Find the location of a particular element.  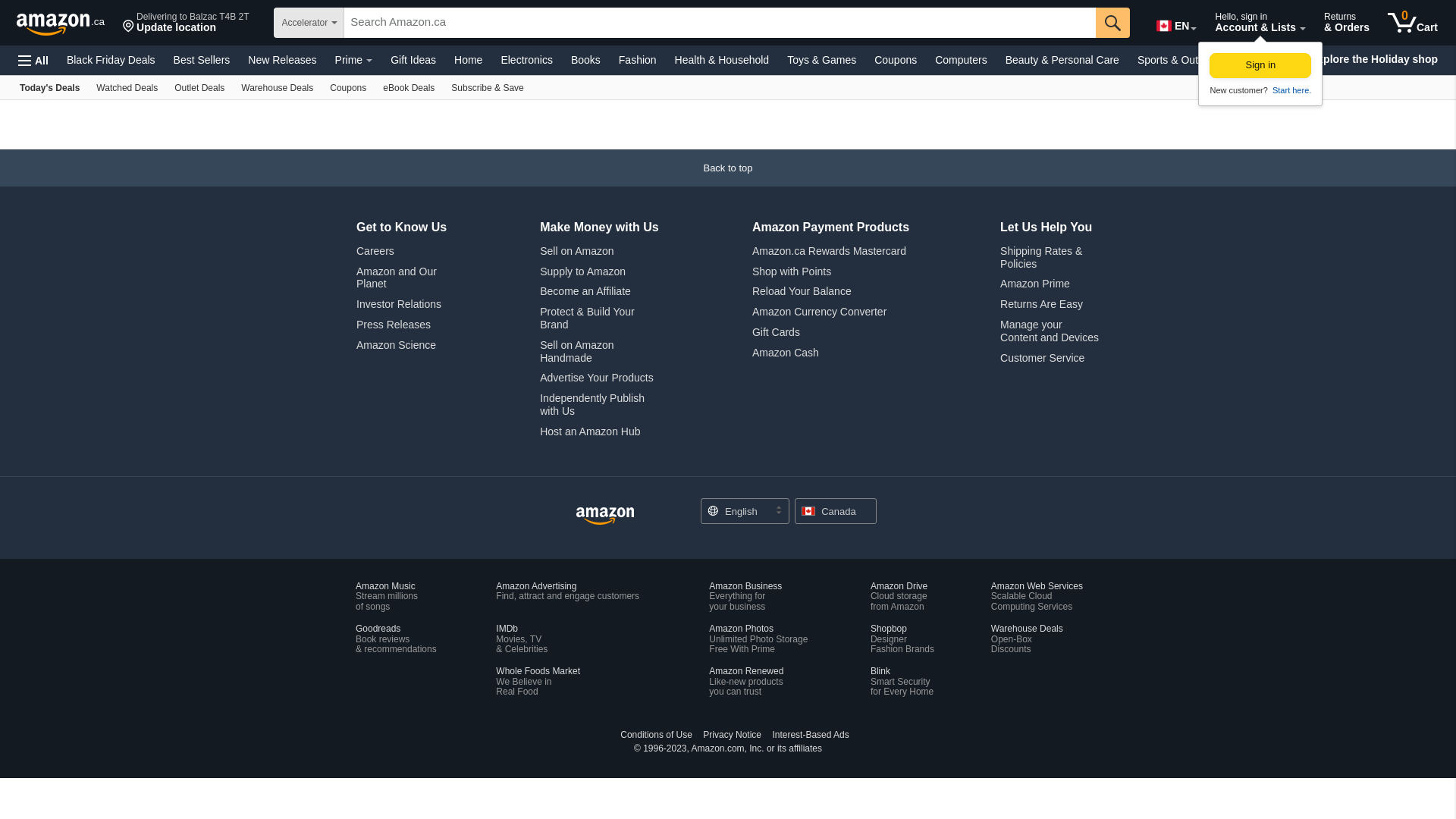

'Gift Ideas' is located at coordinates (413, 58).